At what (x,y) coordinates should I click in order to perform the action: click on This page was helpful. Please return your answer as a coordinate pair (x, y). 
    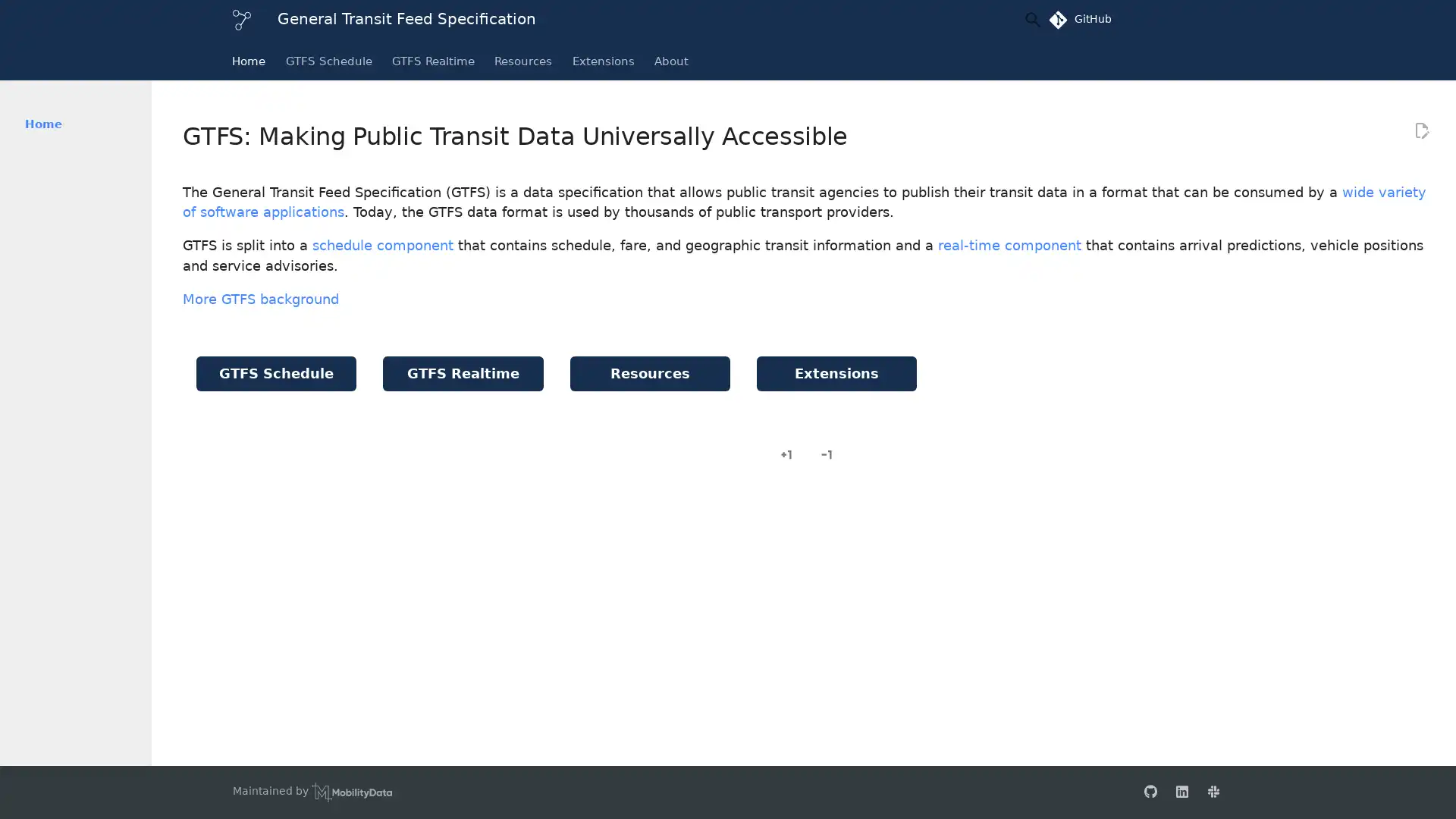
    Looking at the image, I should click on (786, 453).